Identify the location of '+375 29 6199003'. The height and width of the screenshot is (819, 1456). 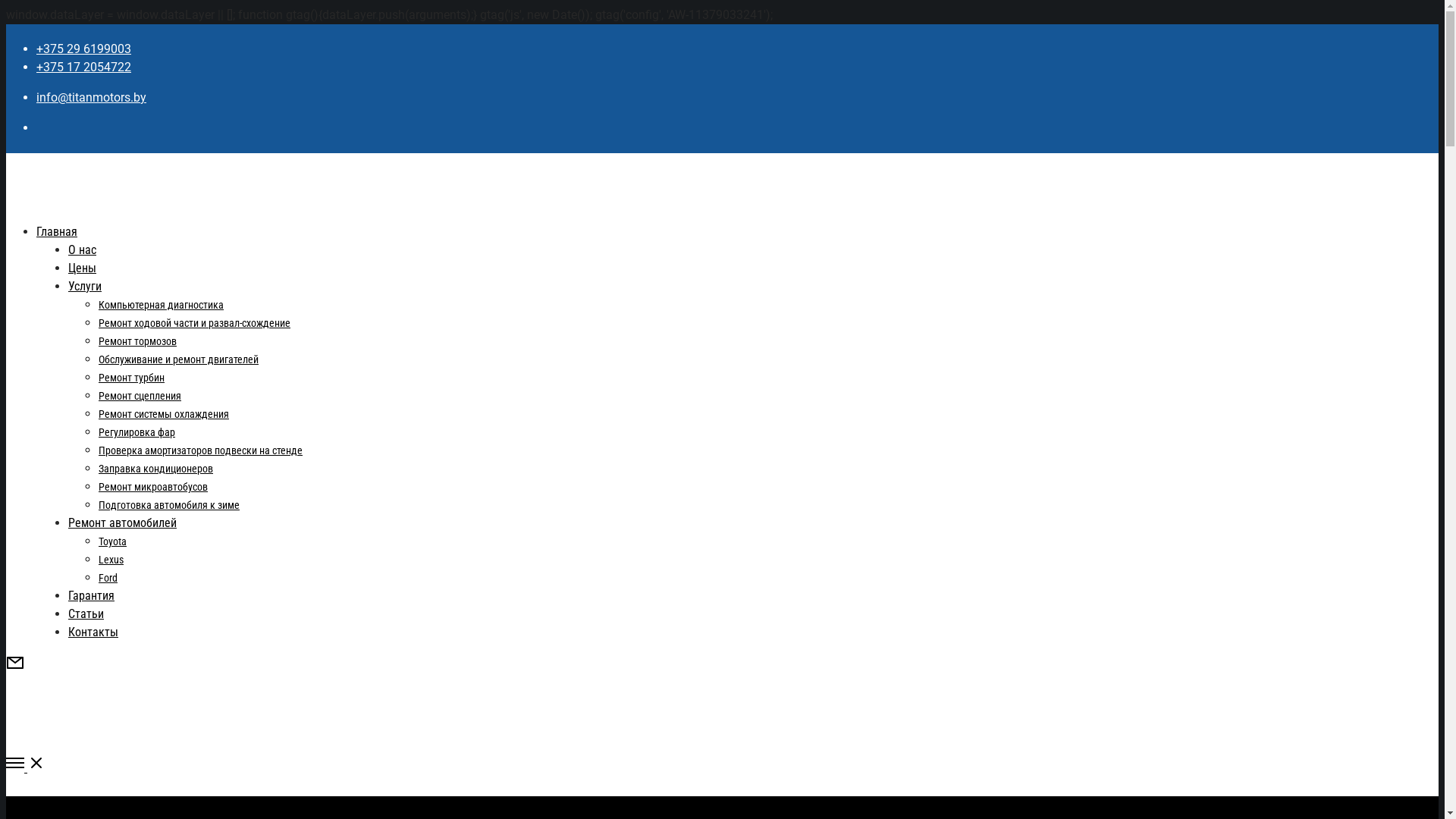
(83, 48).